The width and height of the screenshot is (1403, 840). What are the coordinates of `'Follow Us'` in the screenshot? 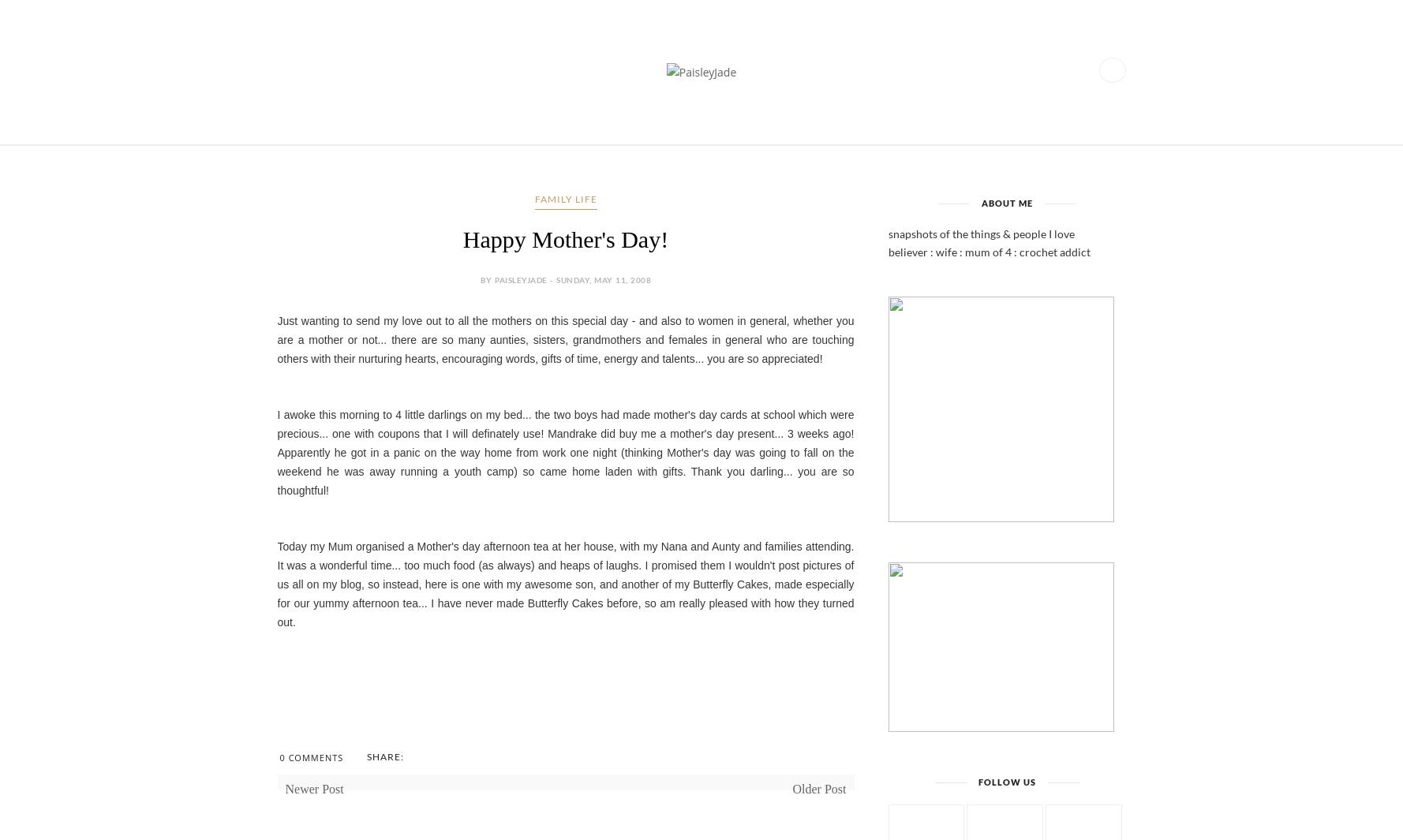 It's located at (1006, 782).